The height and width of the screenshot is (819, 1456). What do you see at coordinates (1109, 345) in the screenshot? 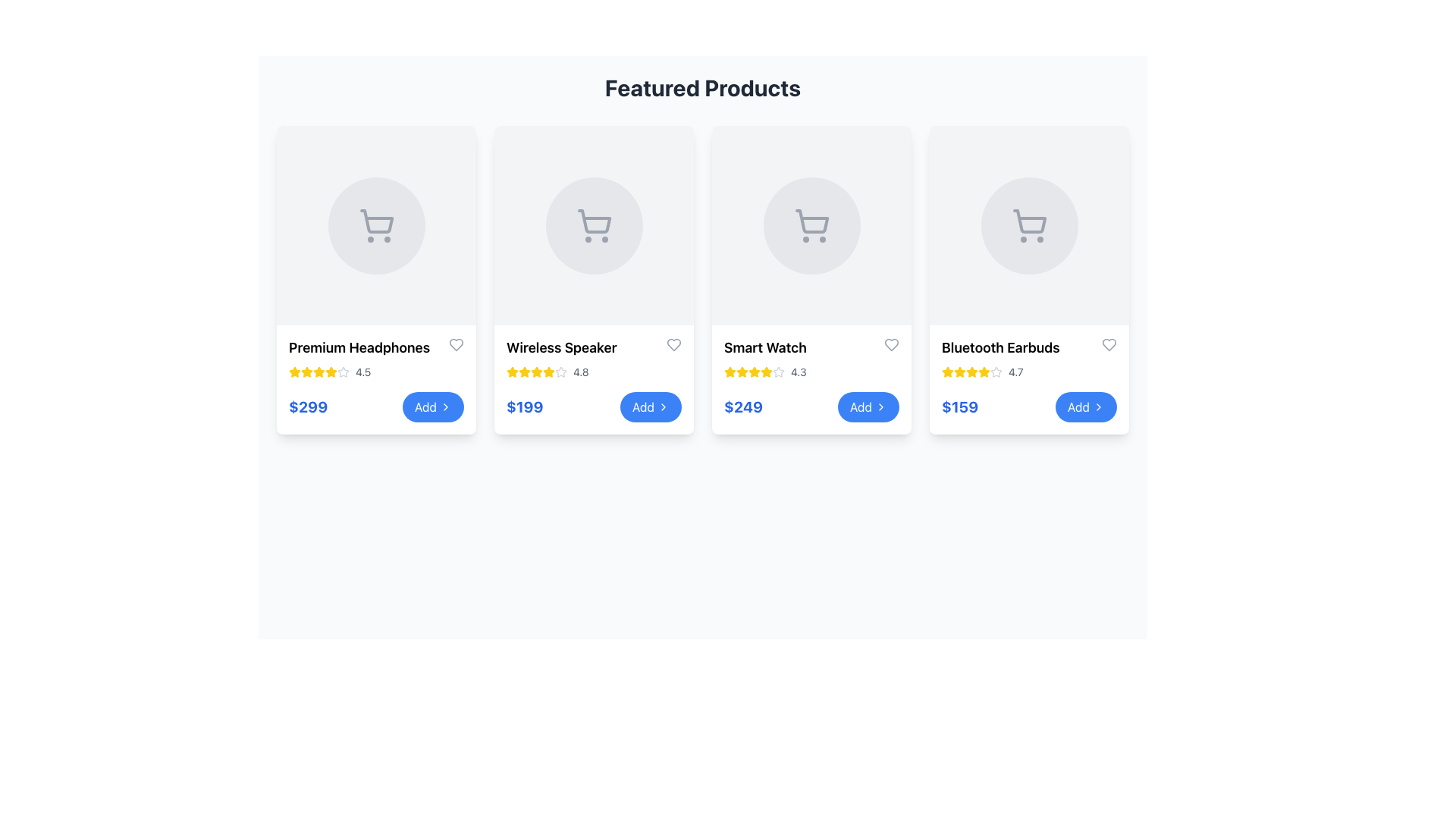
I see `the heart-shaped icon` at bounding box center [1109, 345].